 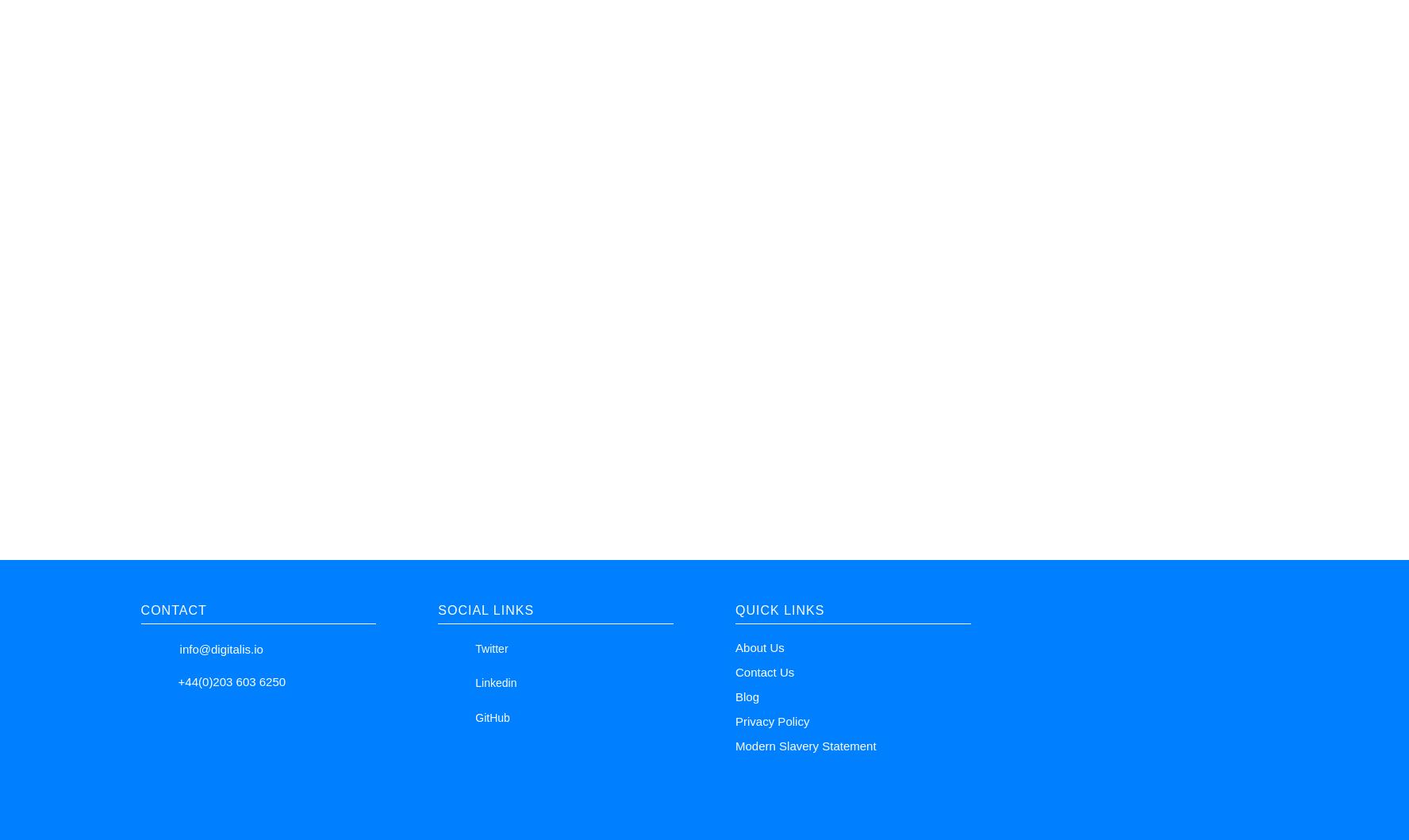 What do you see at coordinates (490, 647) in the screenshot?
I see `'Twitter'` at bounding box center [490, 647].